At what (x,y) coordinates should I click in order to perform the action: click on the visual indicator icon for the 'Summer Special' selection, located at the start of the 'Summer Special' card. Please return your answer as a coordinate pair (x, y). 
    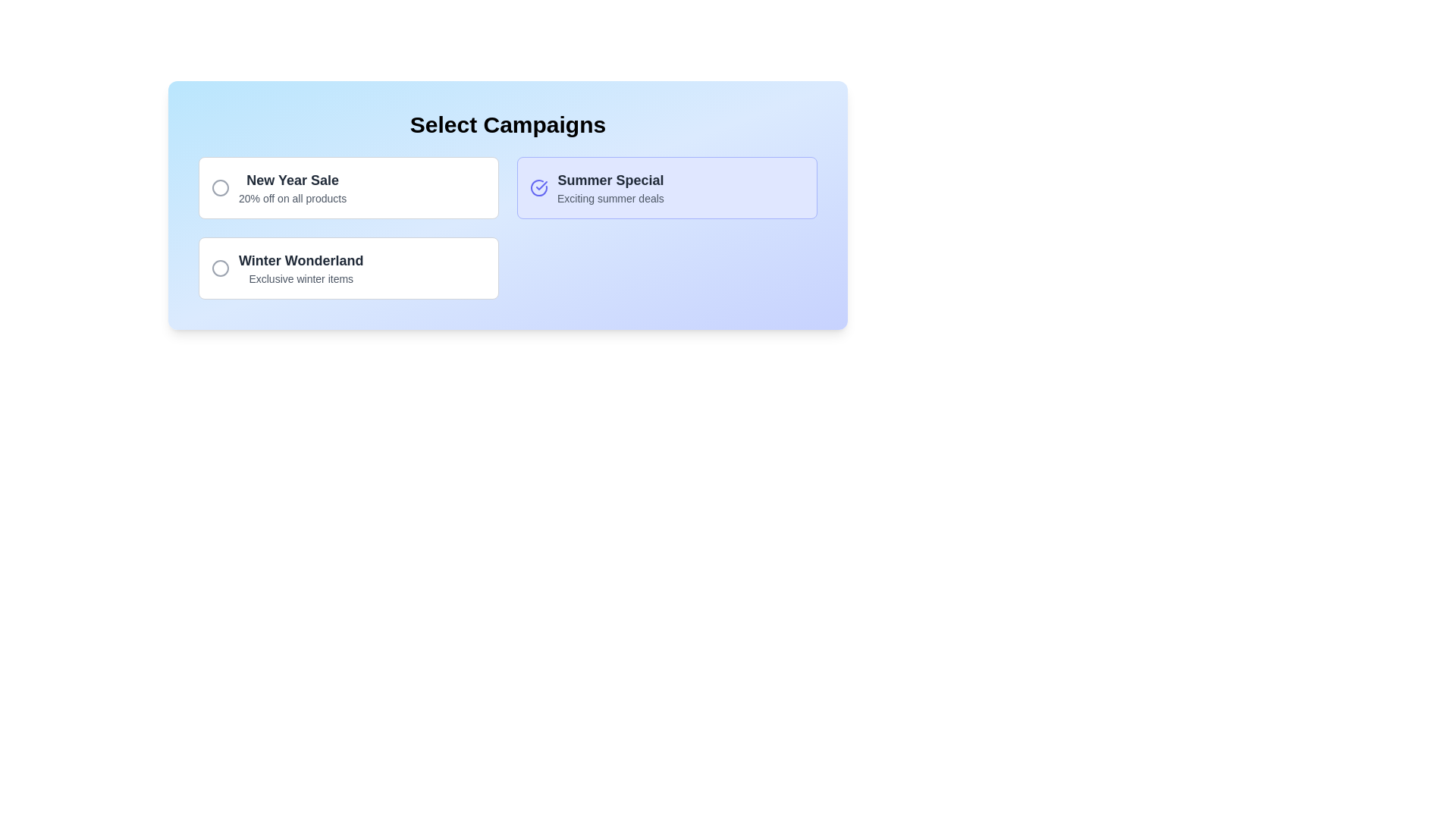
    Looking at the image, I should click on (538, 187).